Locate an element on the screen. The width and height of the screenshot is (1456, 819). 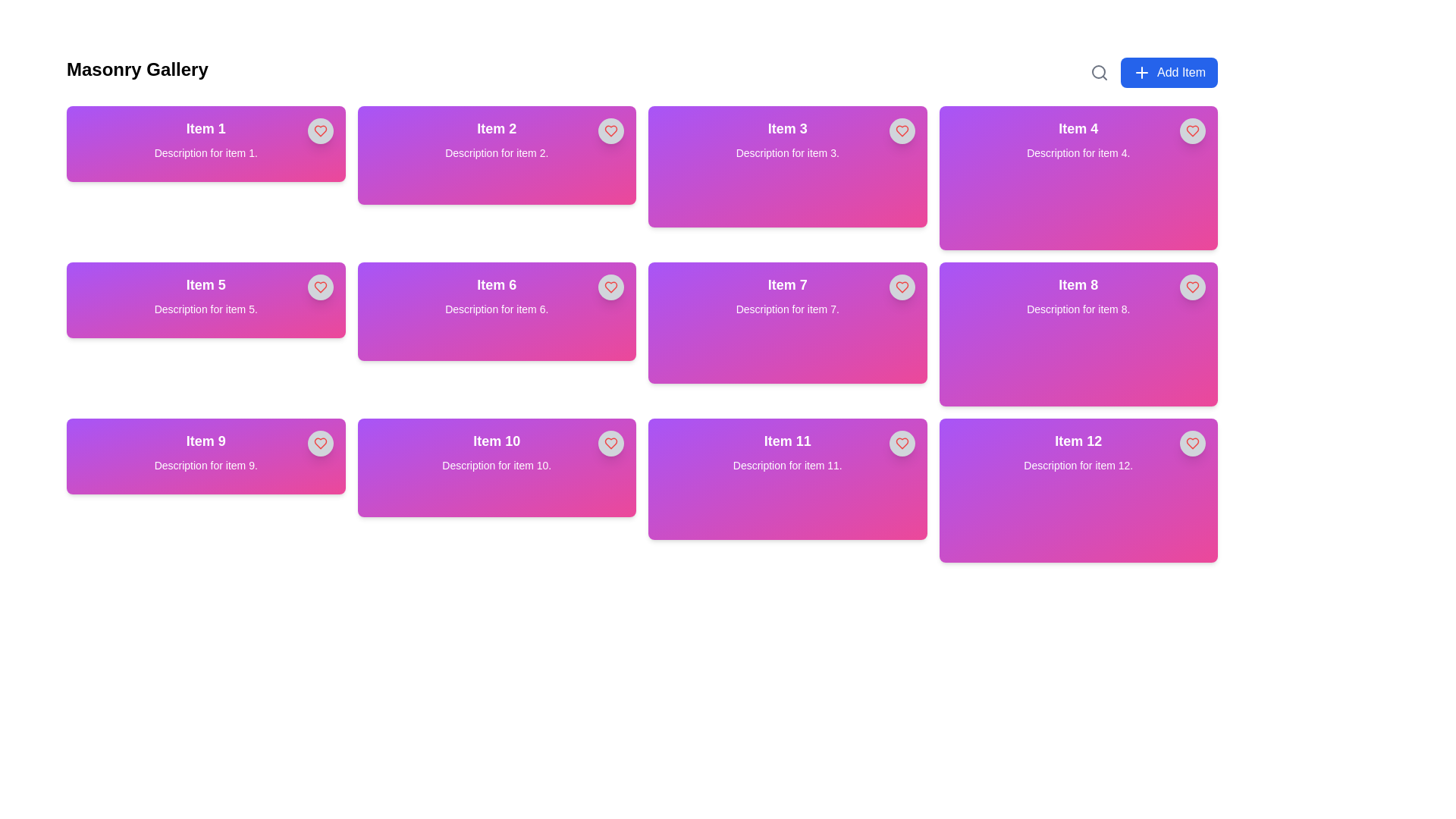
text content of the bold text label displaying 'Item 12', which is prominently visible on a gradient pink-purple background in the last column of the fourth row of the masonry grid layout is located at coordinates (1078, 441).